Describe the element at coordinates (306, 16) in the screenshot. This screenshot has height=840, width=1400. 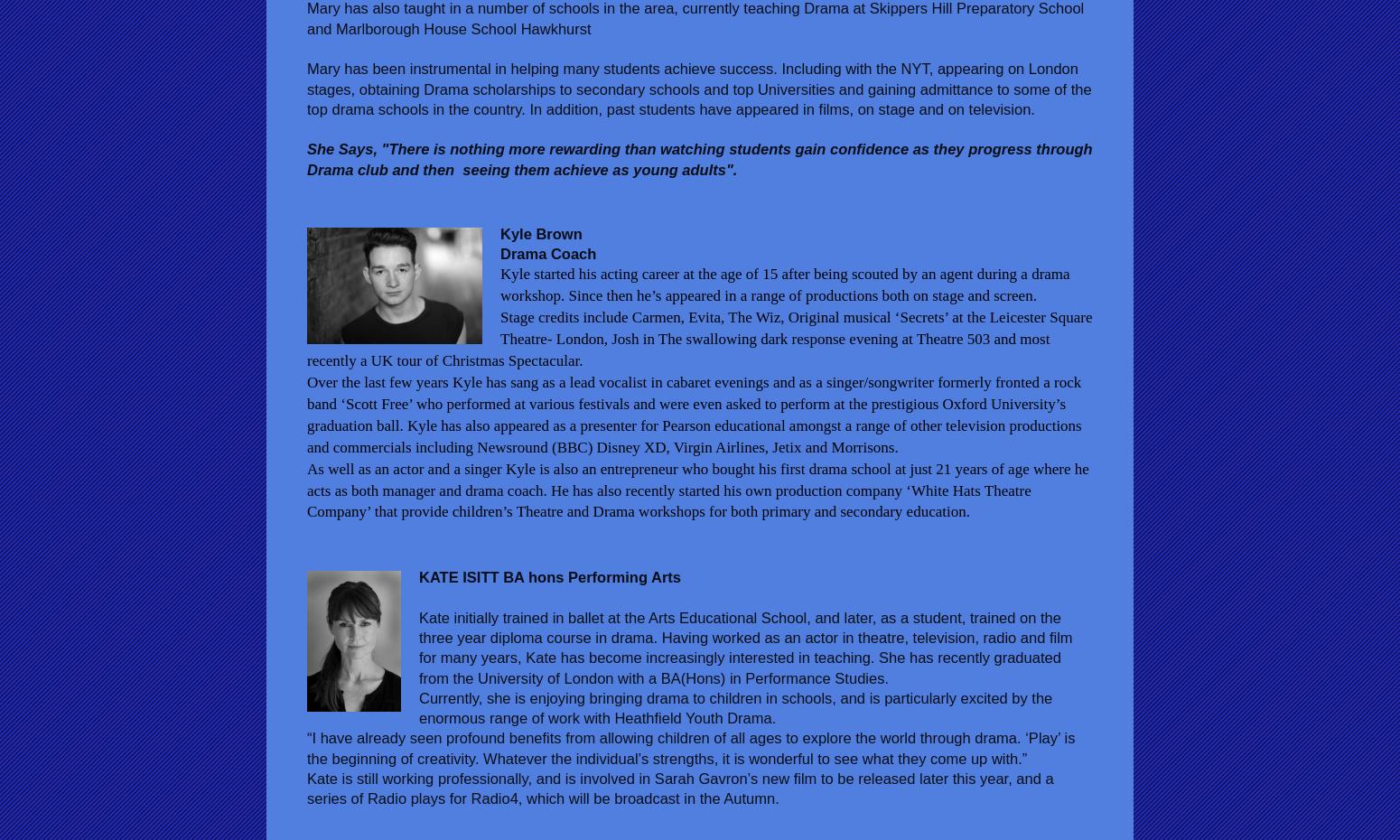
I see `'Mary has also taught in a number of schools in the area, currently teaching Drama at Skippers Hill Preparatory School and Marlborough House School Hawkhurst'` at that location.